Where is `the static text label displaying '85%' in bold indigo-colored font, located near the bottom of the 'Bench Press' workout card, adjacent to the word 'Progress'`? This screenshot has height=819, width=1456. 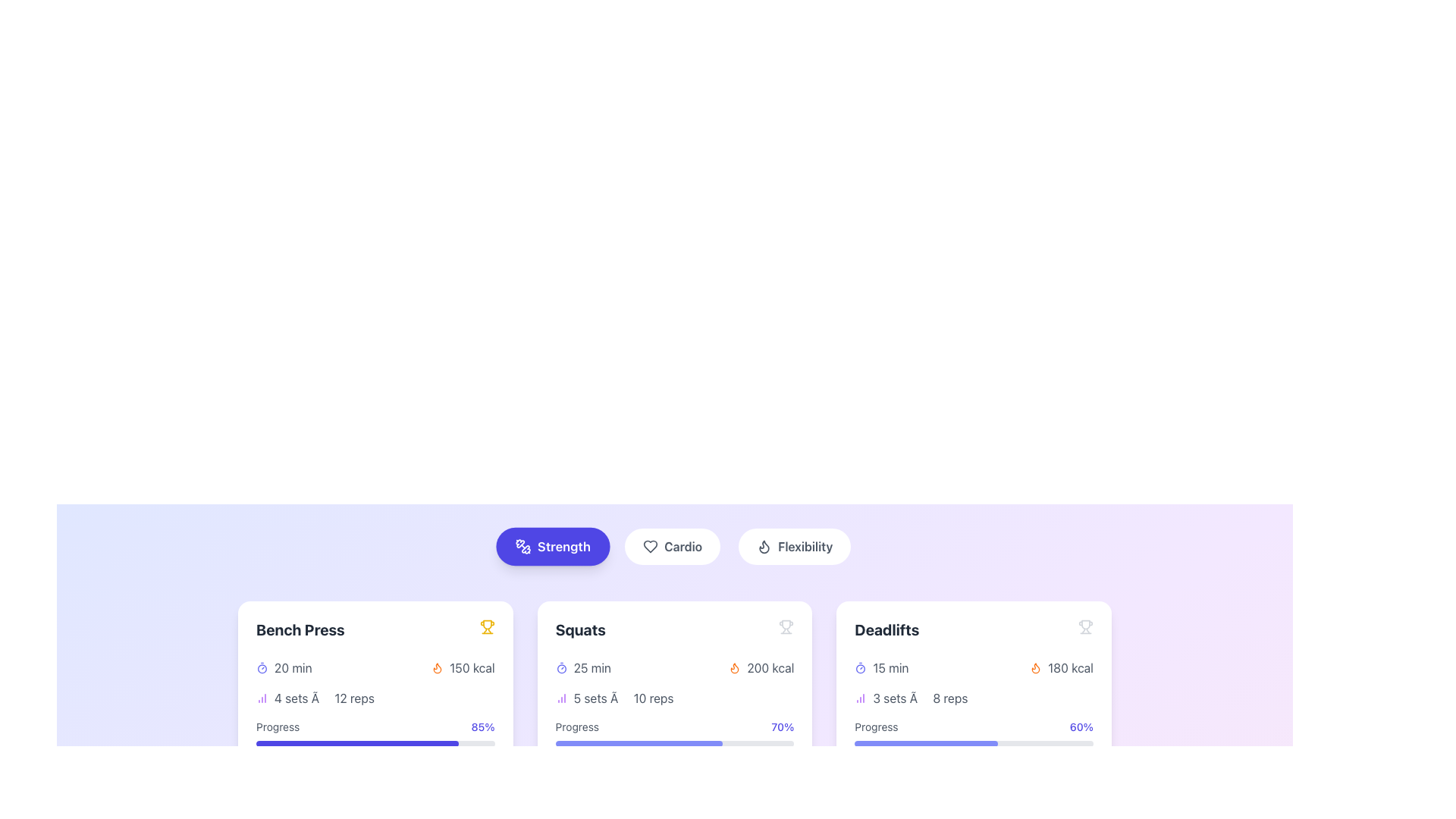 the static text label displaying '85%' in bold indigo-colored font, located near the bottom of the 'Bench Press' workout card, adjacent to the word 'Progress' is located at coordinates (482, 726).